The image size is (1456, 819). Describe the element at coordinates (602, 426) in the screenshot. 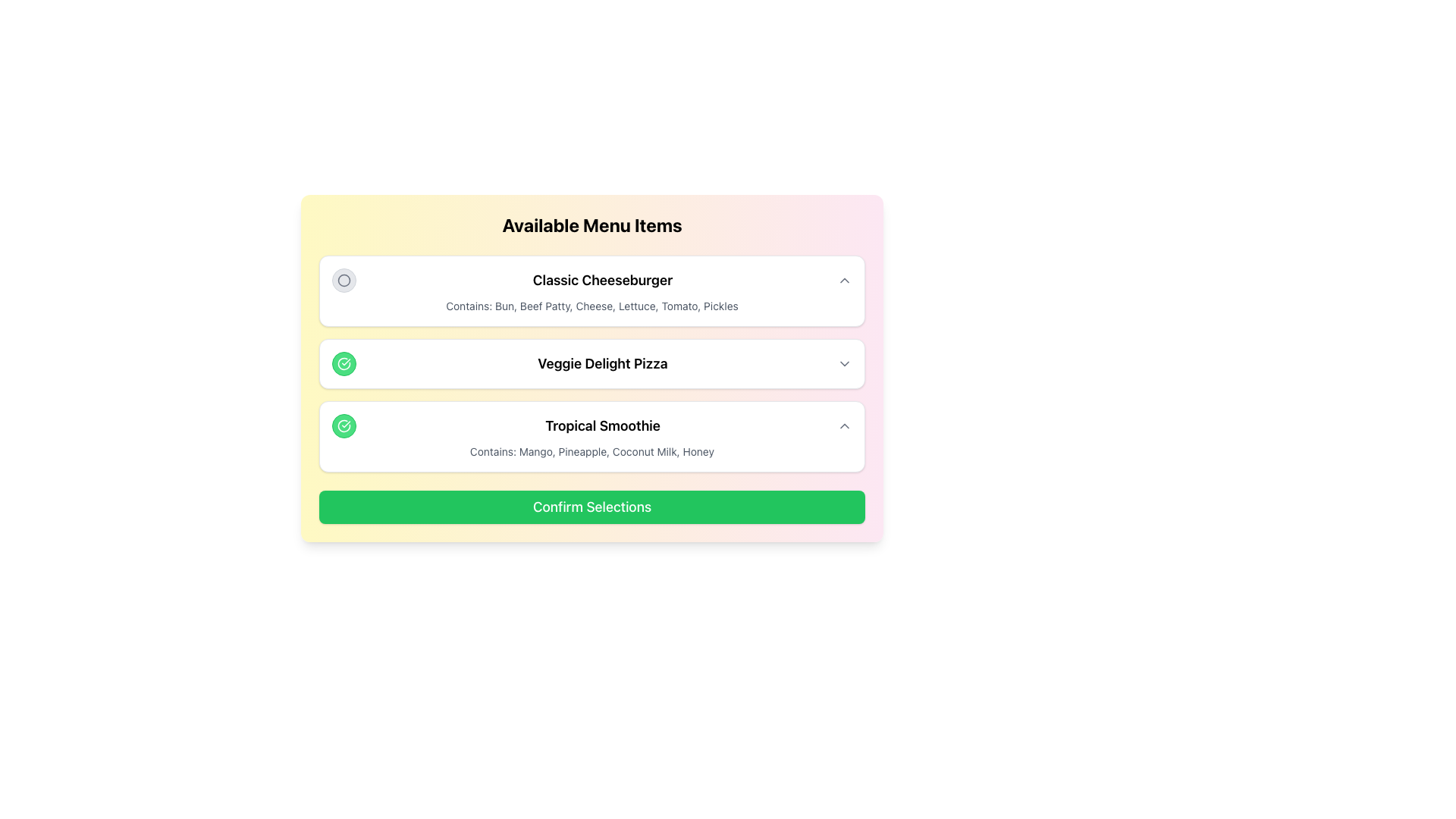

I see `the 'Tropical Smoothie' text label, which is the third item in a vertical list of menu items, styled in bold and centrally located within its row` at that location.